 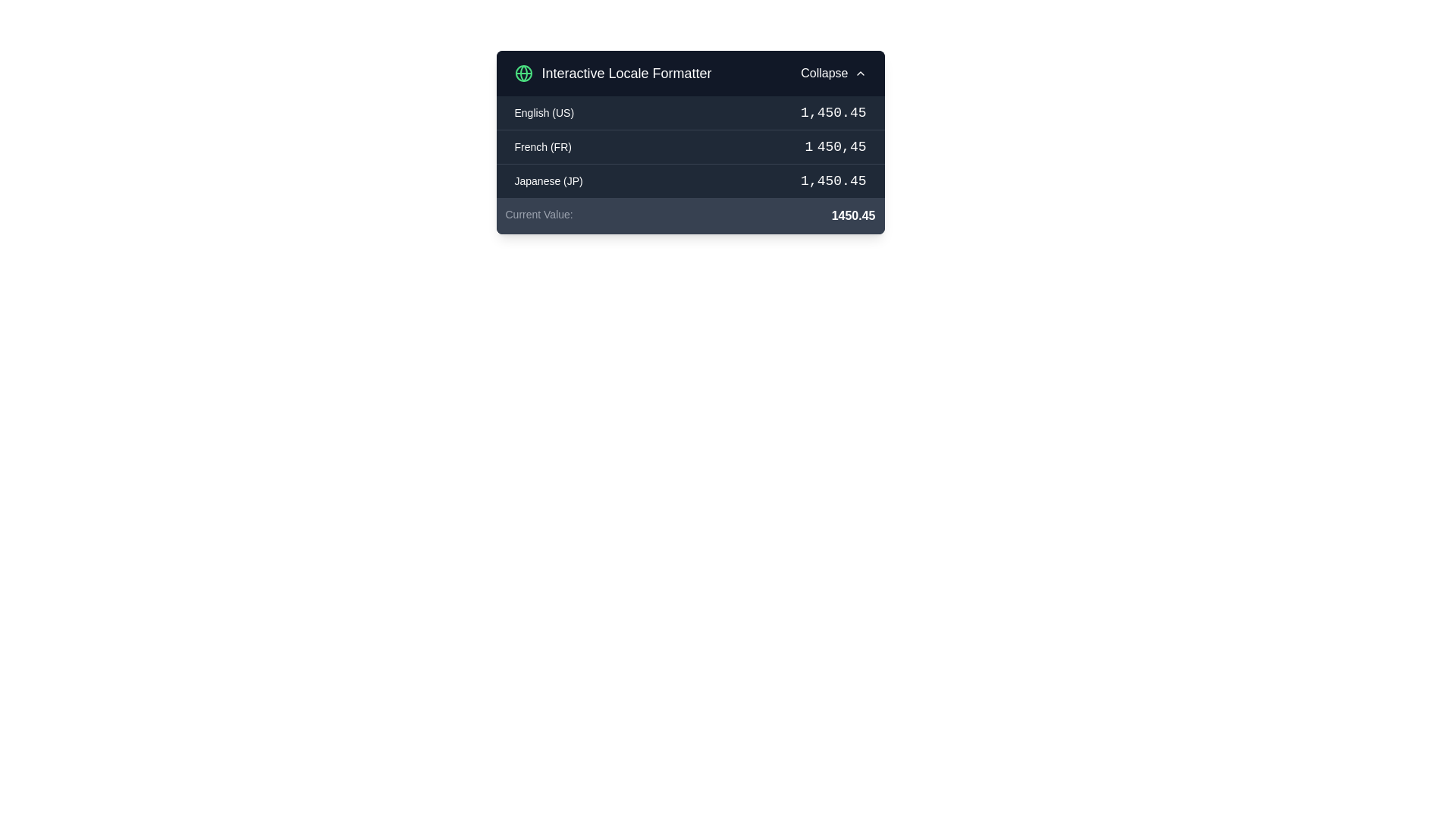 I want to click on the green circular icon representing global or international aspects, located to the left of the 'Interactive Locale Formatter' text, so click(x=523, y=73).